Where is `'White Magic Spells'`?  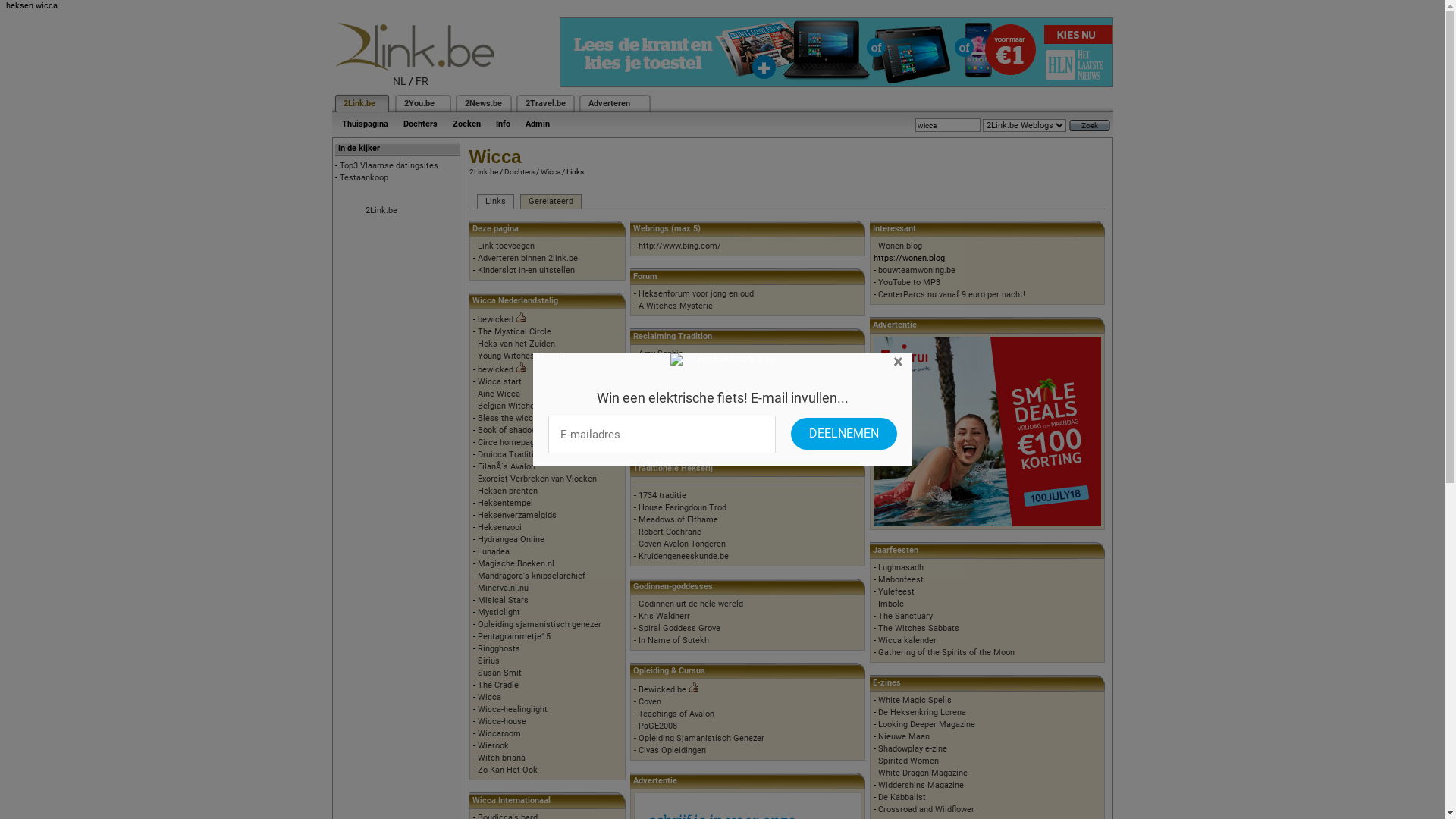 'White Magic Spells' is located at coordinates (914, 700).